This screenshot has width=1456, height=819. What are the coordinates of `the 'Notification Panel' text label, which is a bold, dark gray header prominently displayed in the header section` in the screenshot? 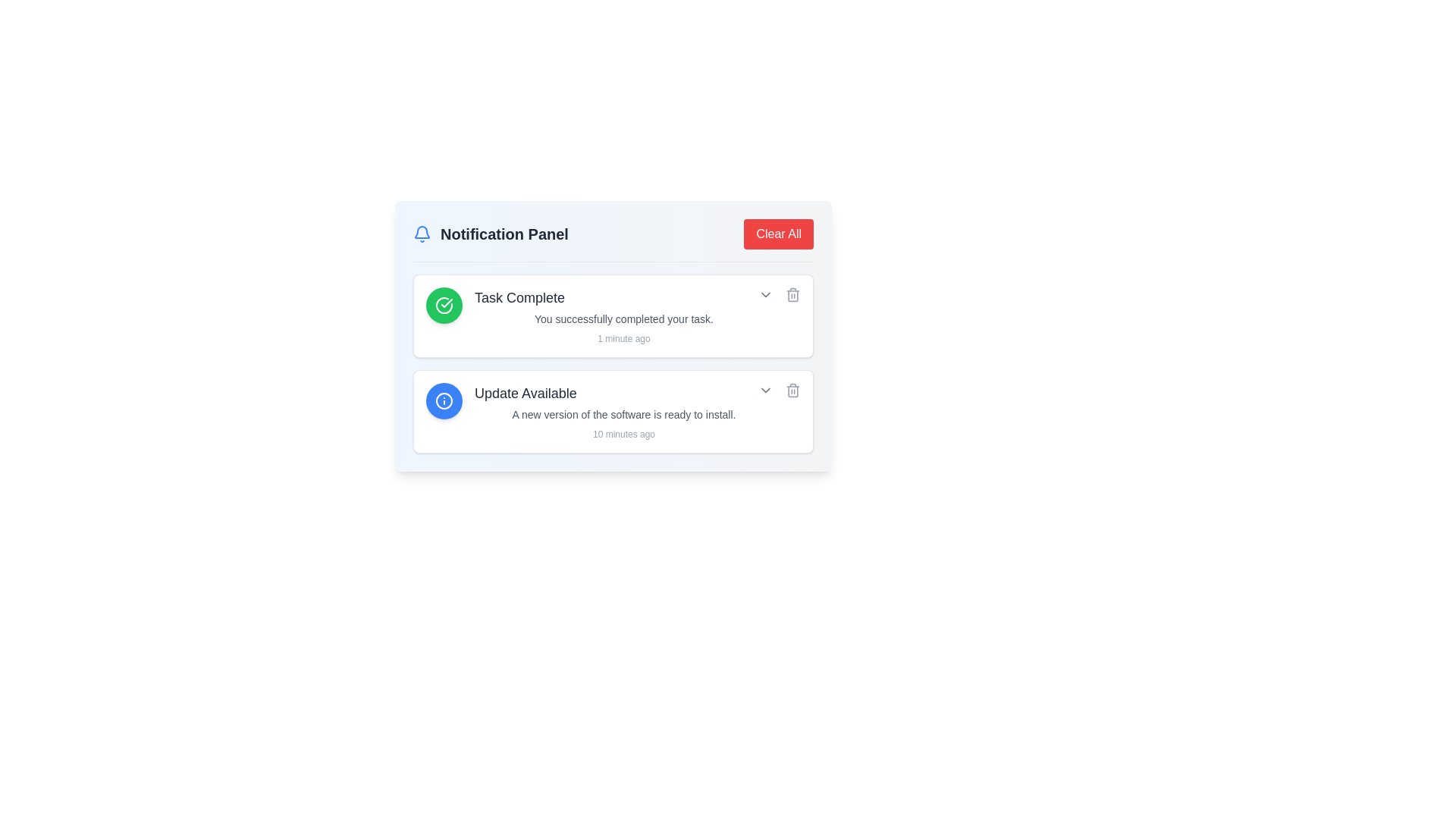 It's located at (504, 234).